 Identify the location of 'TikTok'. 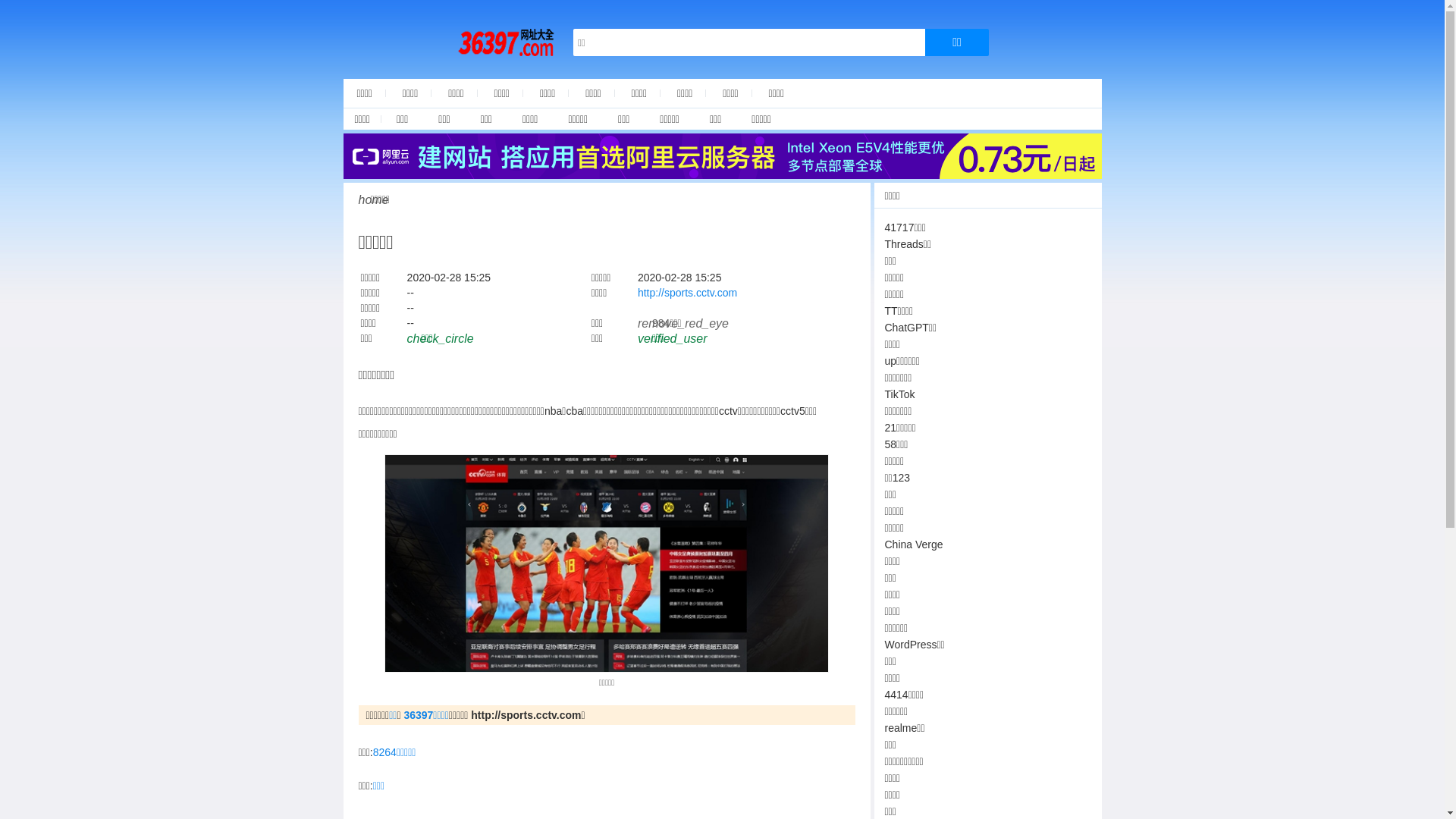
(899, 394).